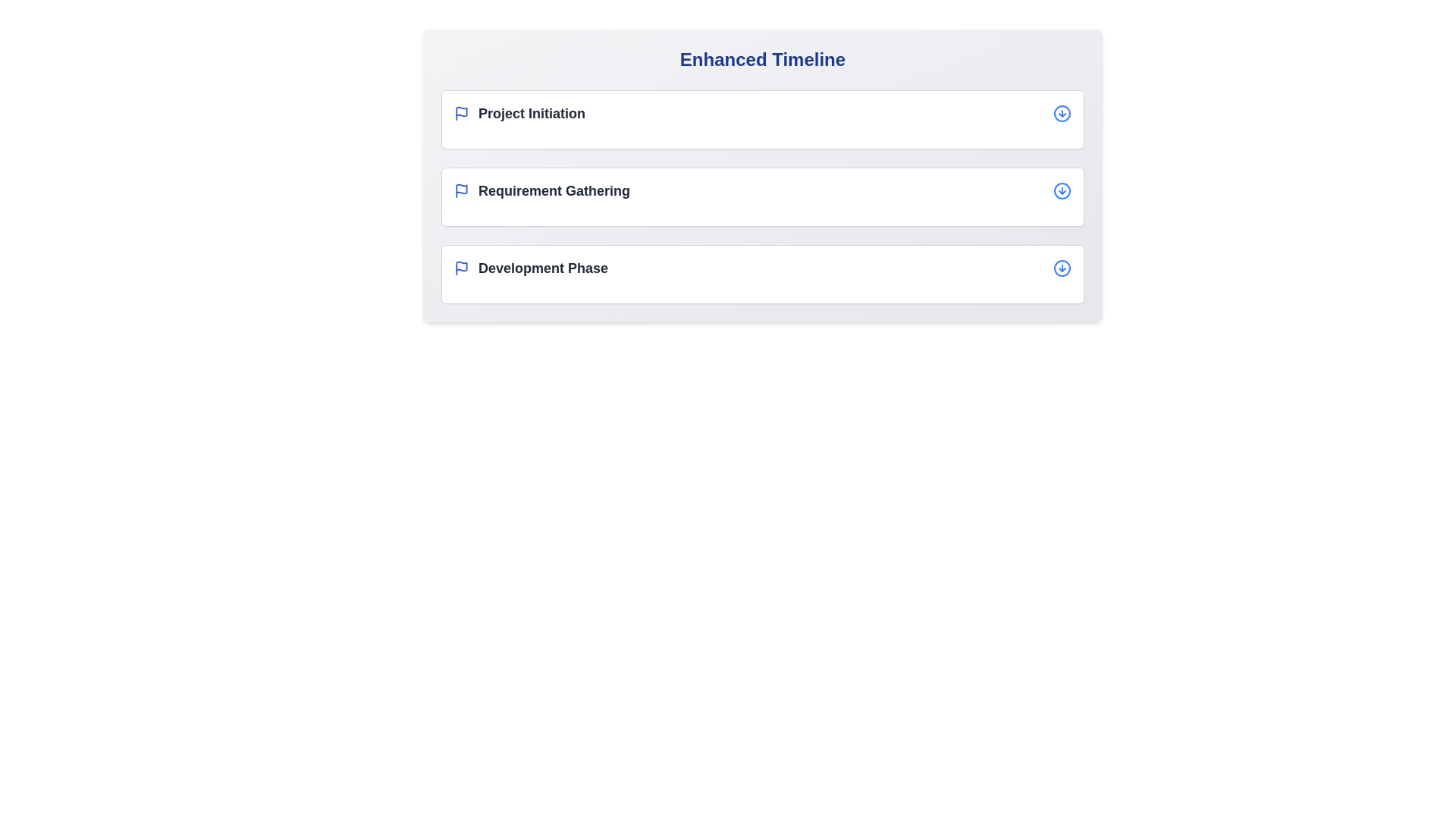 This screenshot has width=1456, height=819. What do you see at coordinates (1062, 190) in the screenshot?
I see `the circular icon with a blue outline and downward arrow located at the right end of the 'Requirement Gathering' row` at bounding box center [1062, 190].